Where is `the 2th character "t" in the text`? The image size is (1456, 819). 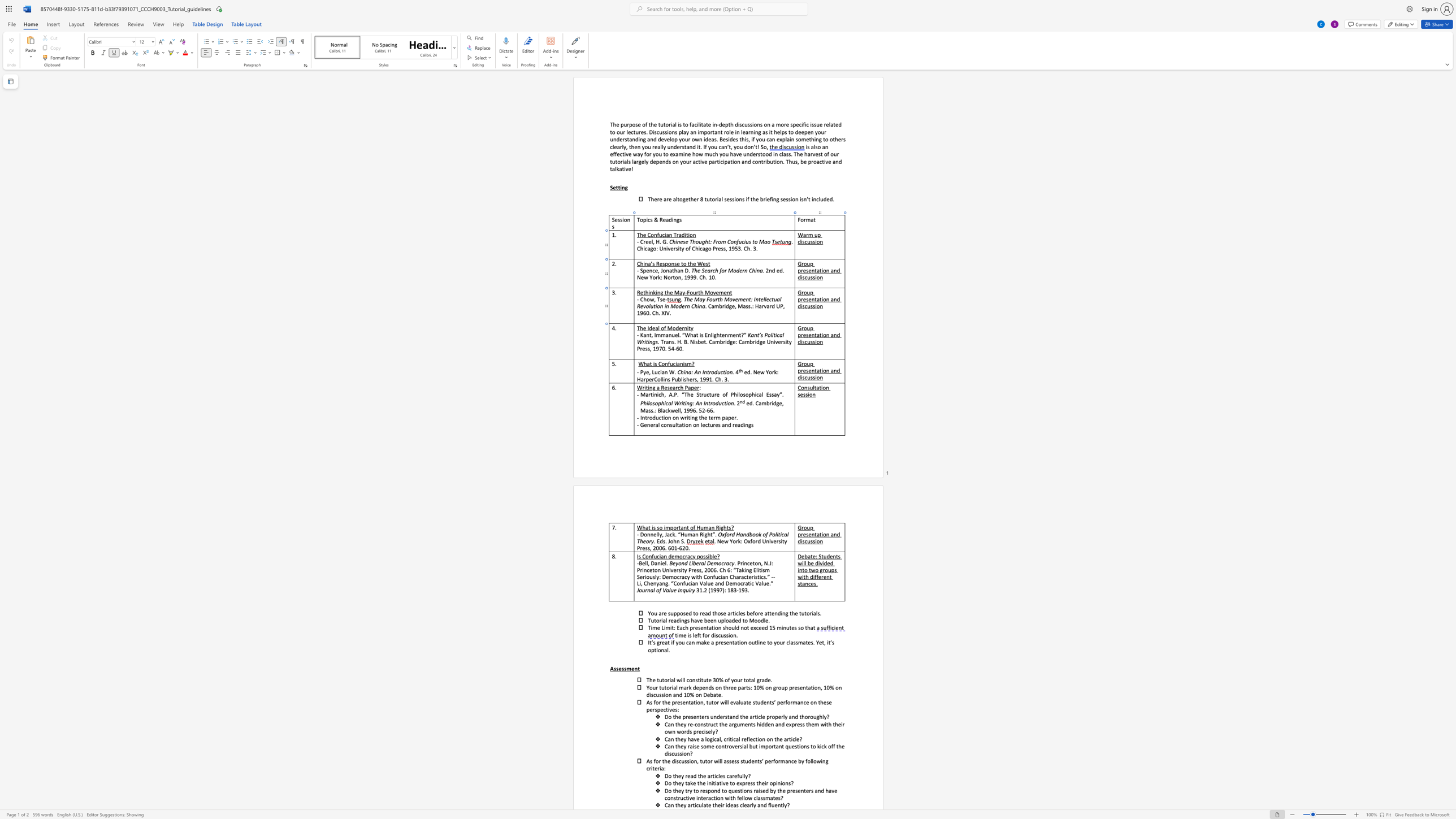
the 2th character "t" in the text is located at coordinates (774, 334).